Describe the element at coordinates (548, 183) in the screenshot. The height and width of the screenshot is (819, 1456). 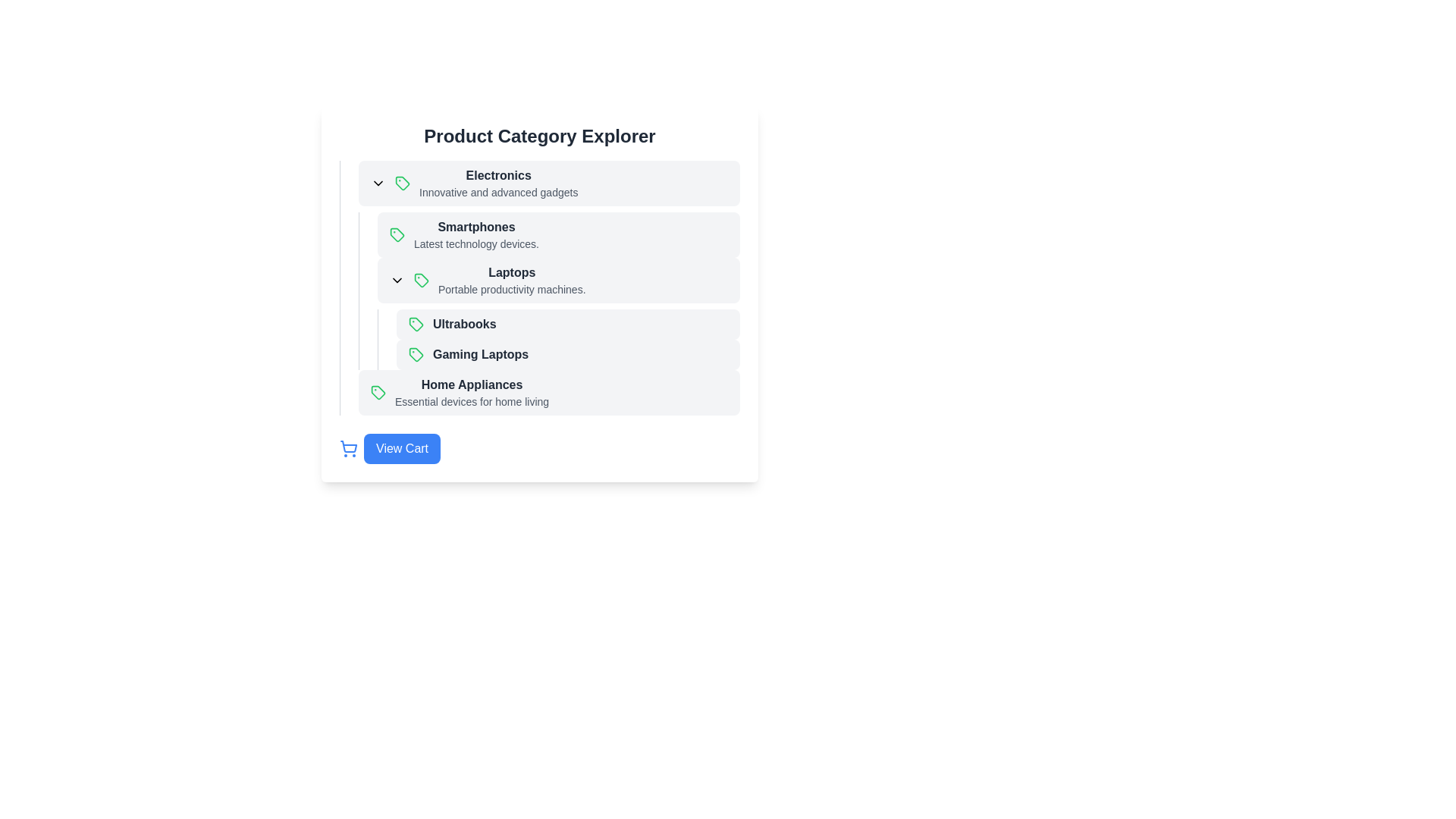
I see `the 'Electronics' list item with the expandable menu` at that location.